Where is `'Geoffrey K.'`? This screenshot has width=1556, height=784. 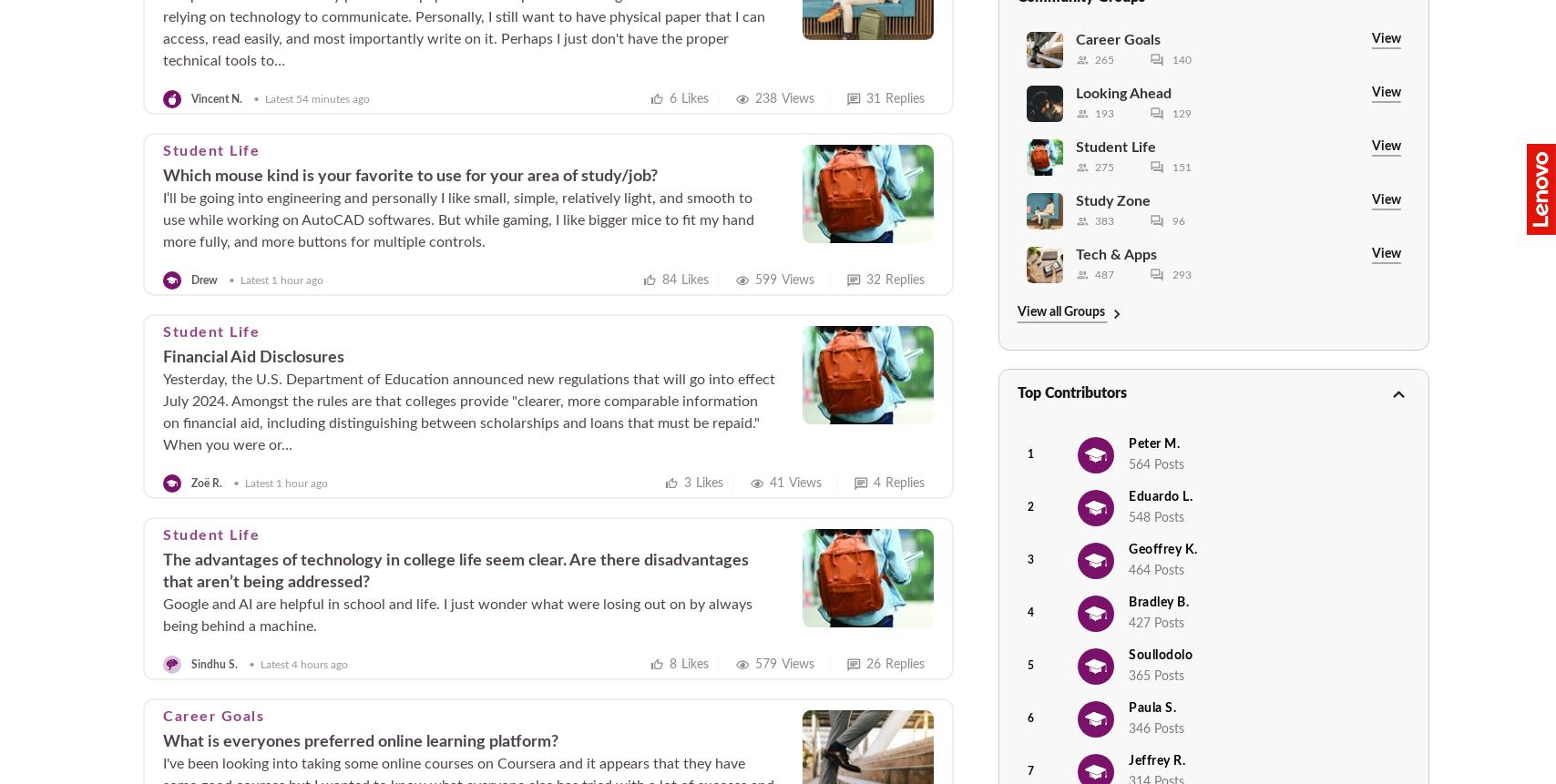
'Geoffrey K.' is located at coordinates (1162, 548).